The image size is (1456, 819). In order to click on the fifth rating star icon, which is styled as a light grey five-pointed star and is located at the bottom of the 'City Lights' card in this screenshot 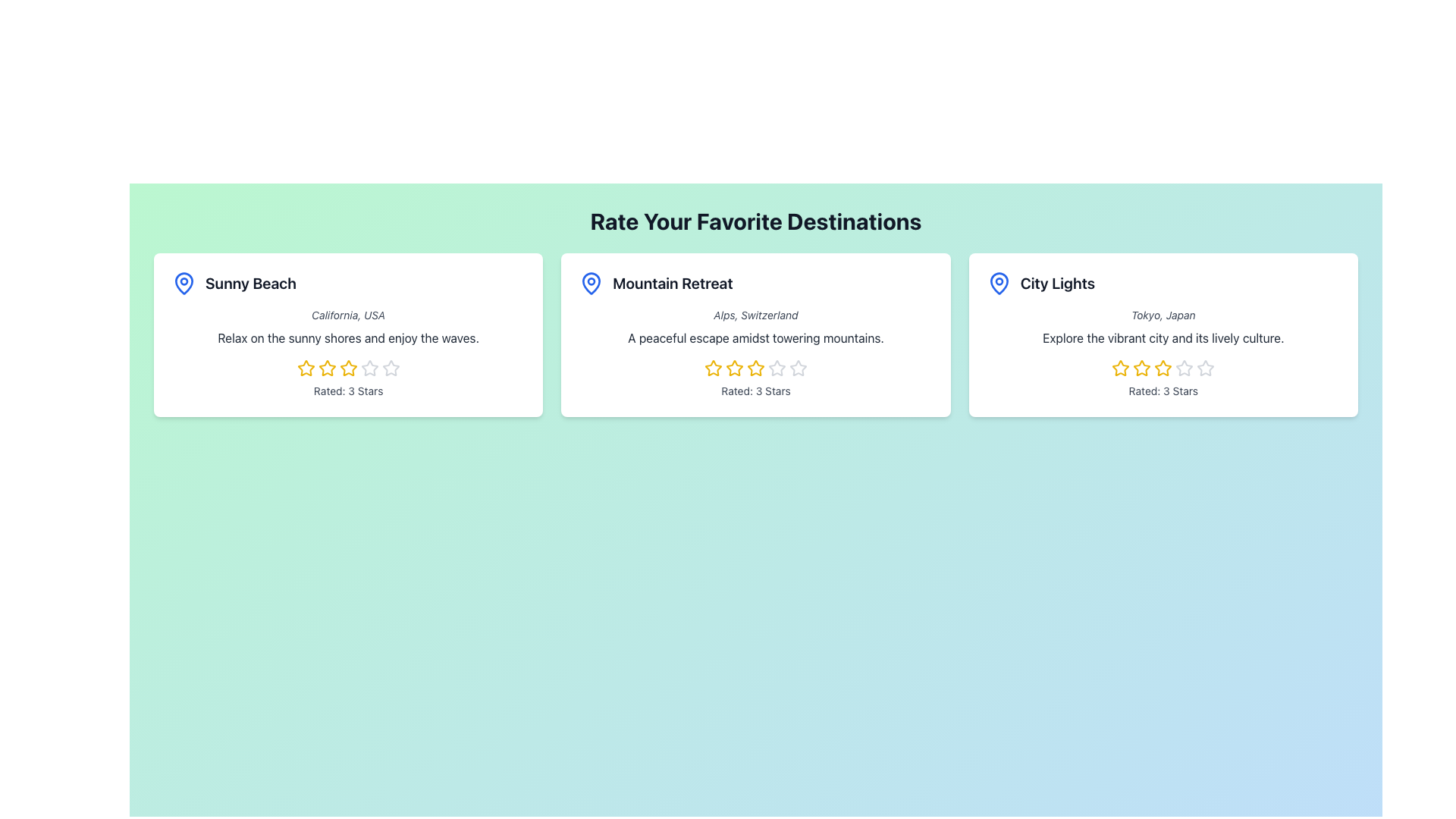, I will do `click(1205, 369)`.